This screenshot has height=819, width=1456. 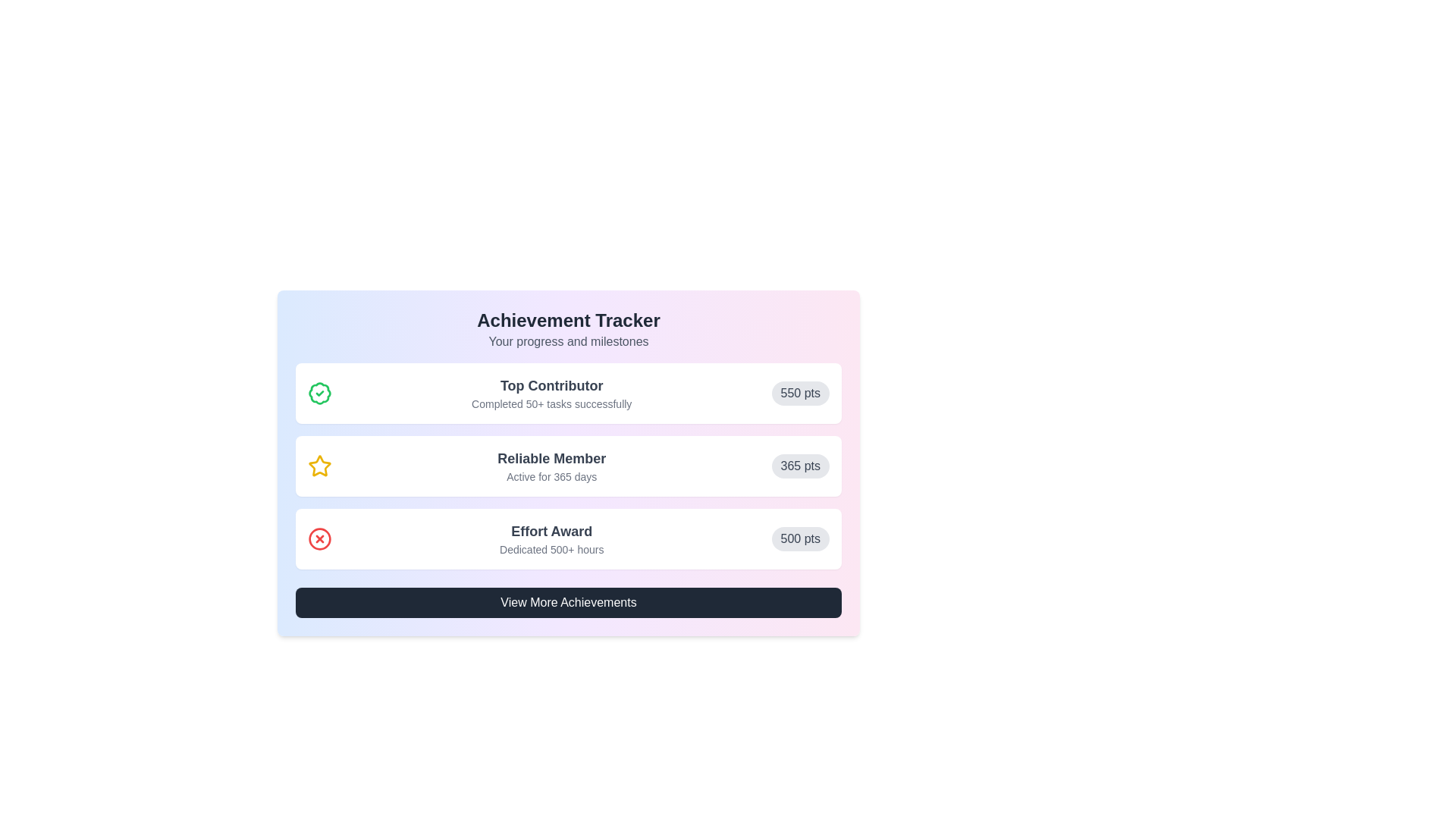 I want to click on the decorative green circular badge icon with a wavy border located on the far left of the 'Top Contributor' row of the achievement tracker, so click(x=319, y=393).